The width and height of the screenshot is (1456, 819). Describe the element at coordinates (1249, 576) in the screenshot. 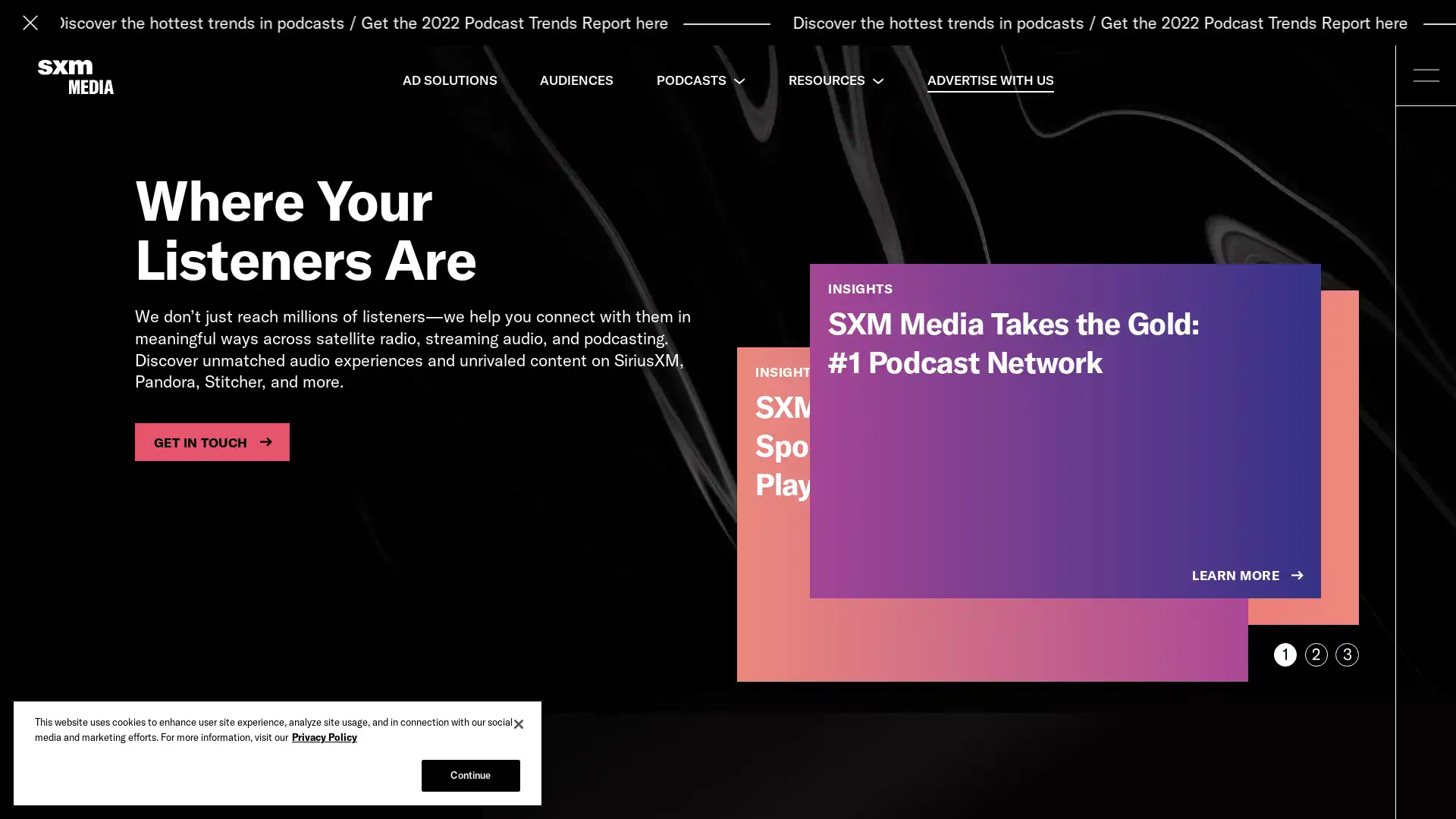

I see `LEARN MORE` at that location.